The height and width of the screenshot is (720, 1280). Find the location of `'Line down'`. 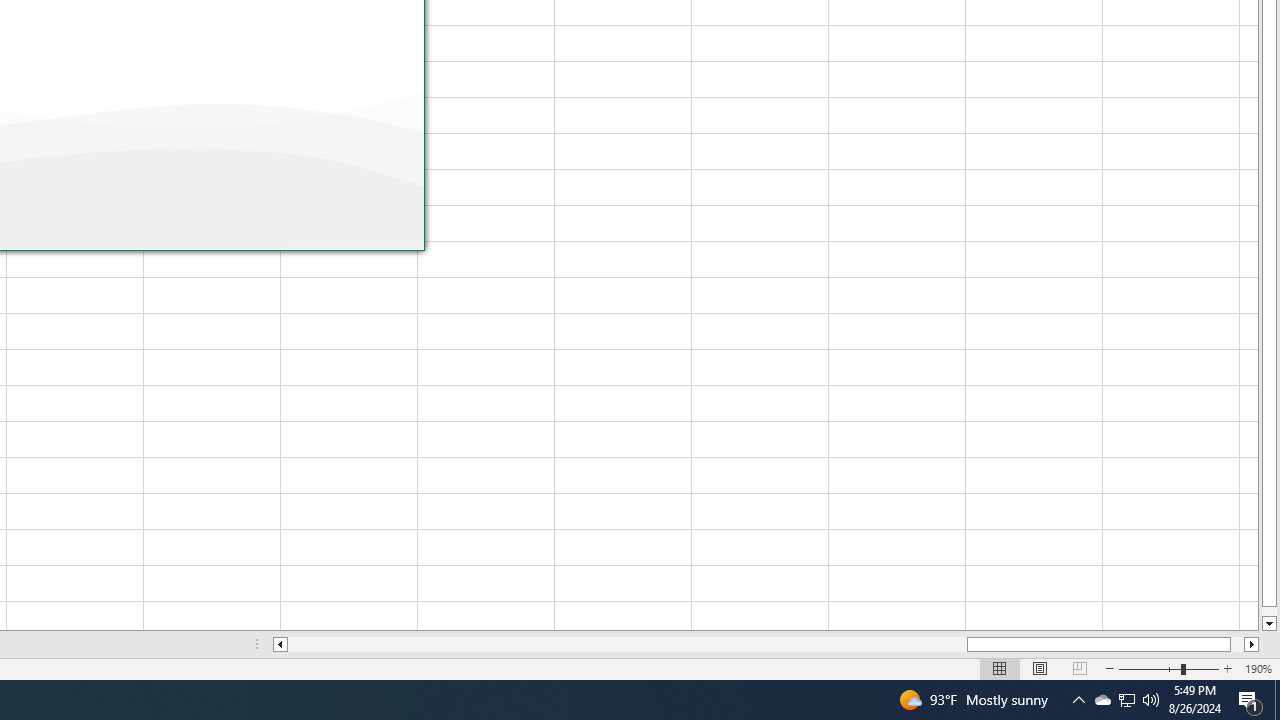

'Line down' is located at coordinates (1268, 623).